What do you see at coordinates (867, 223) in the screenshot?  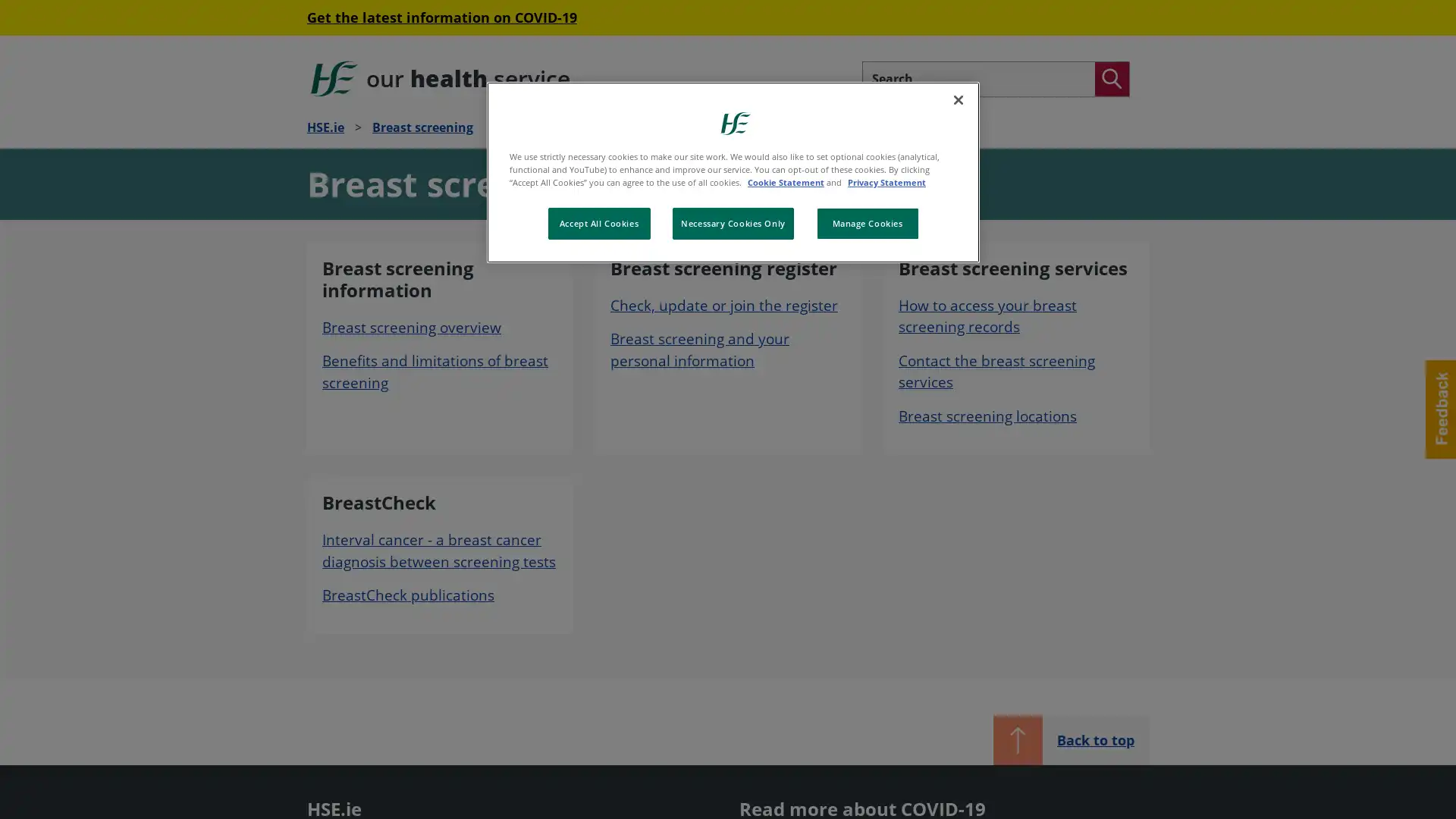 I see `Manage Cookies` at bounding box center [867, 223].